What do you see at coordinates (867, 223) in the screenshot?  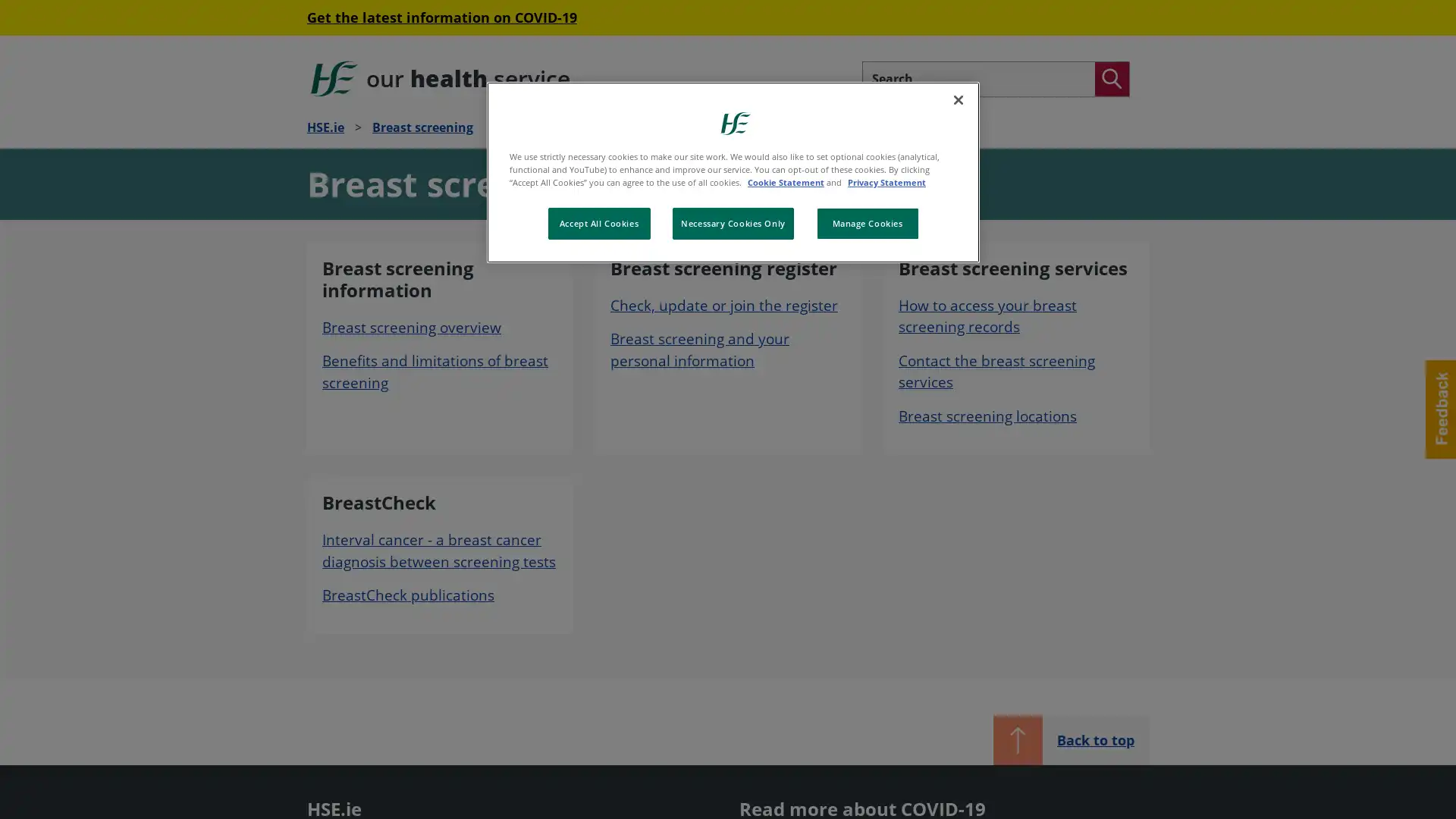 I see `Manage Cookies` at bounding box center [867, 223].